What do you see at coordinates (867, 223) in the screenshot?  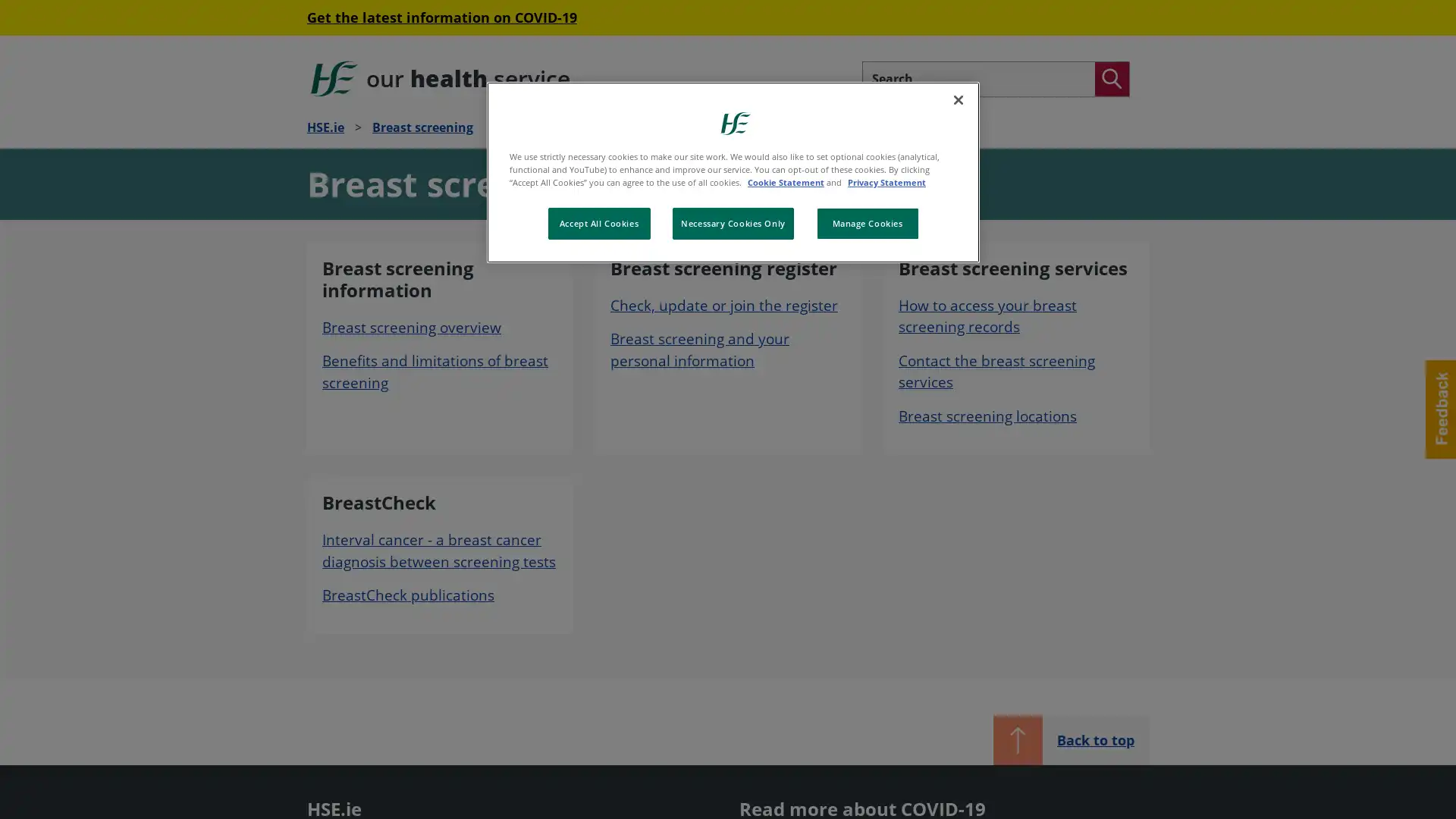 I see `Manage Cookies` at bounding box center [867, 223].